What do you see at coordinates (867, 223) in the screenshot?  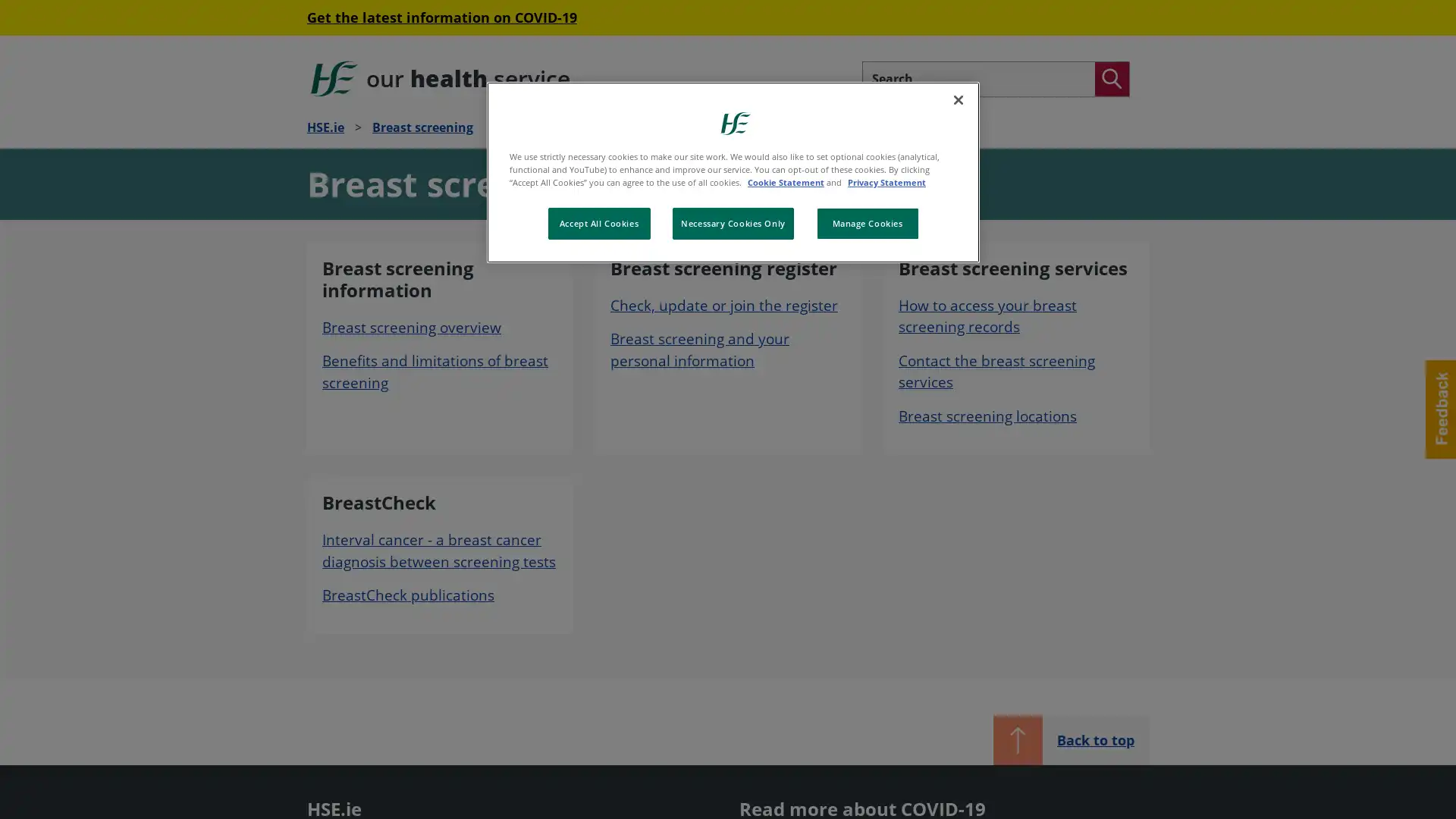 I see `Manage Cookies` at bounding box center [867, 223].